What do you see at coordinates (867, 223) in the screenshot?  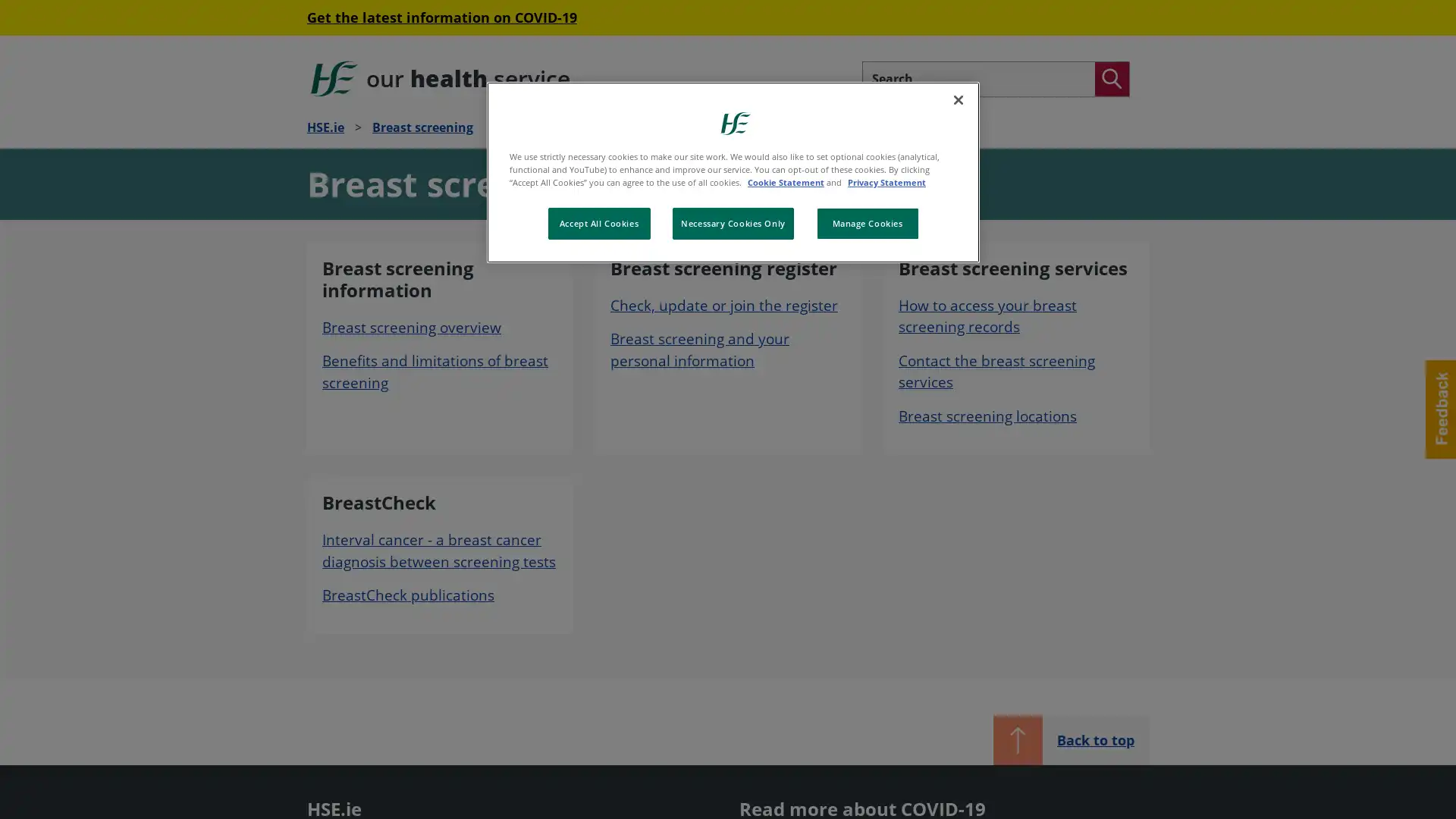 I see `Manage Cookies` at bounding box center [867, 223].